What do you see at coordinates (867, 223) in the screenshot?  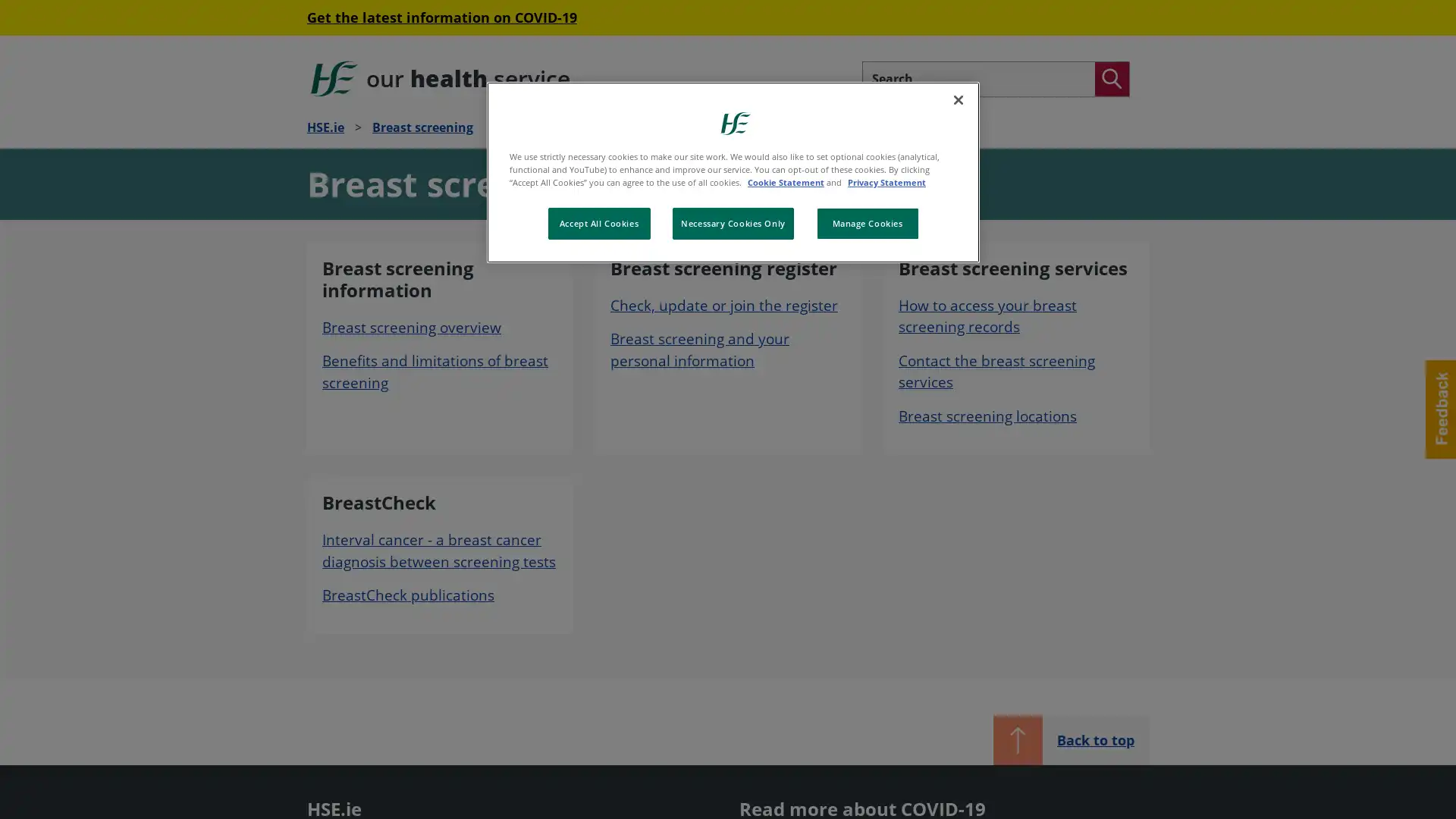 I see `Manage Cookies` at bounding box center [867, 223].